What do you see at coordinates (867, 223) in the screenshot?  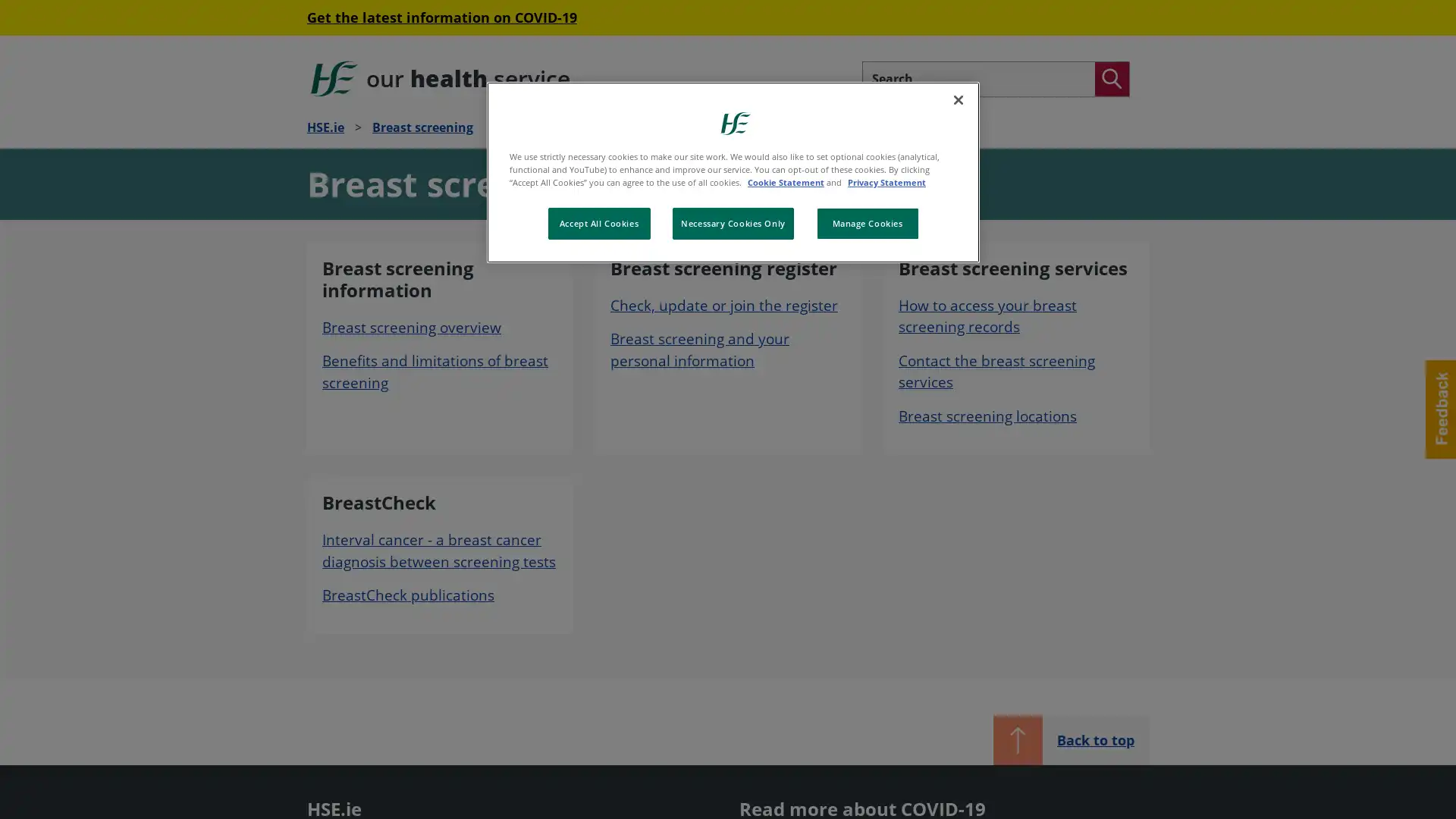 I see `Manage Cookies` at bounding box center [867, 223].